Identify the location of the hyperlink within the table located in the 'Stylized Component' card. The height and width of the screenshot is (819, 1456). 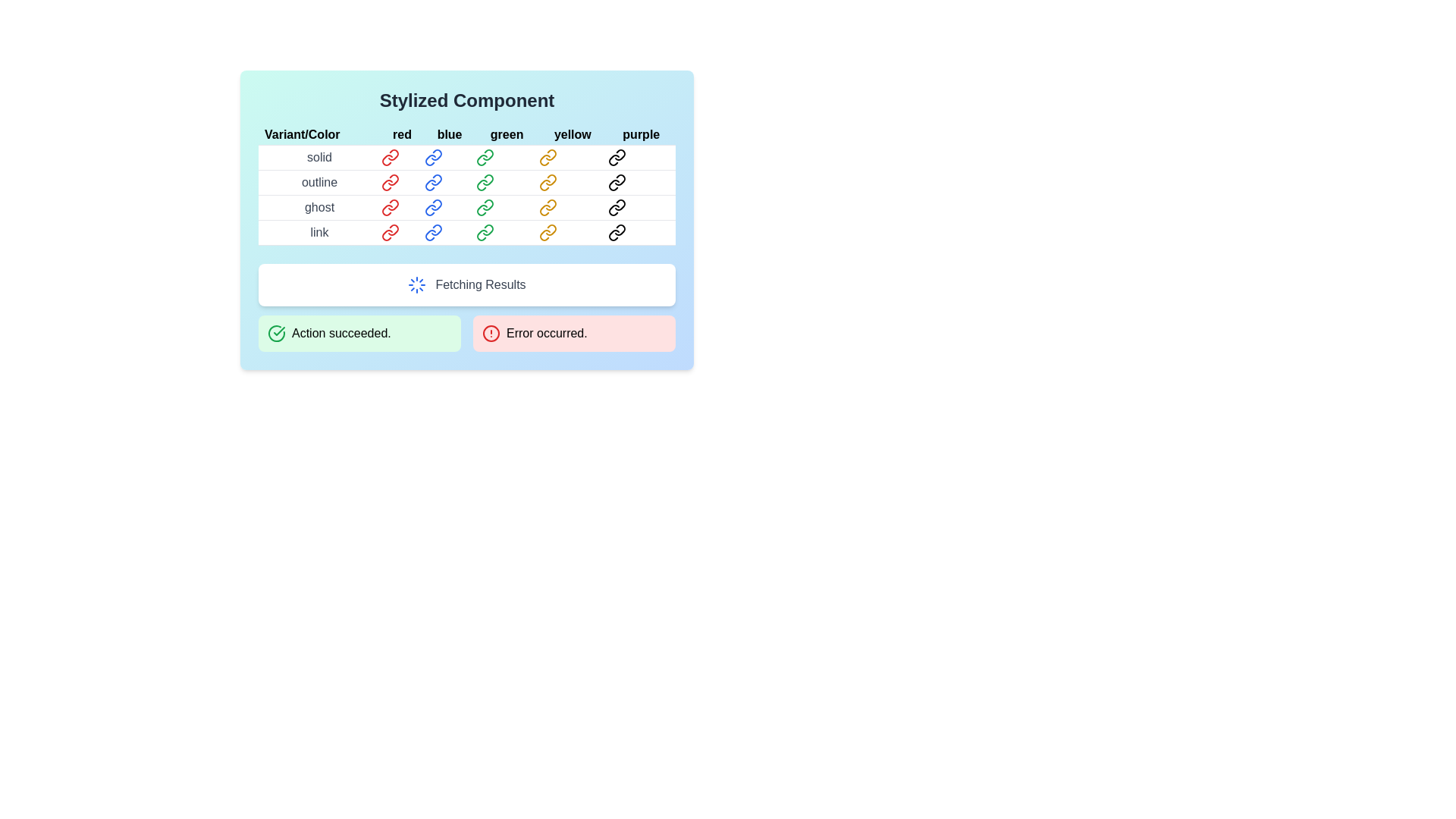
(466, 184).